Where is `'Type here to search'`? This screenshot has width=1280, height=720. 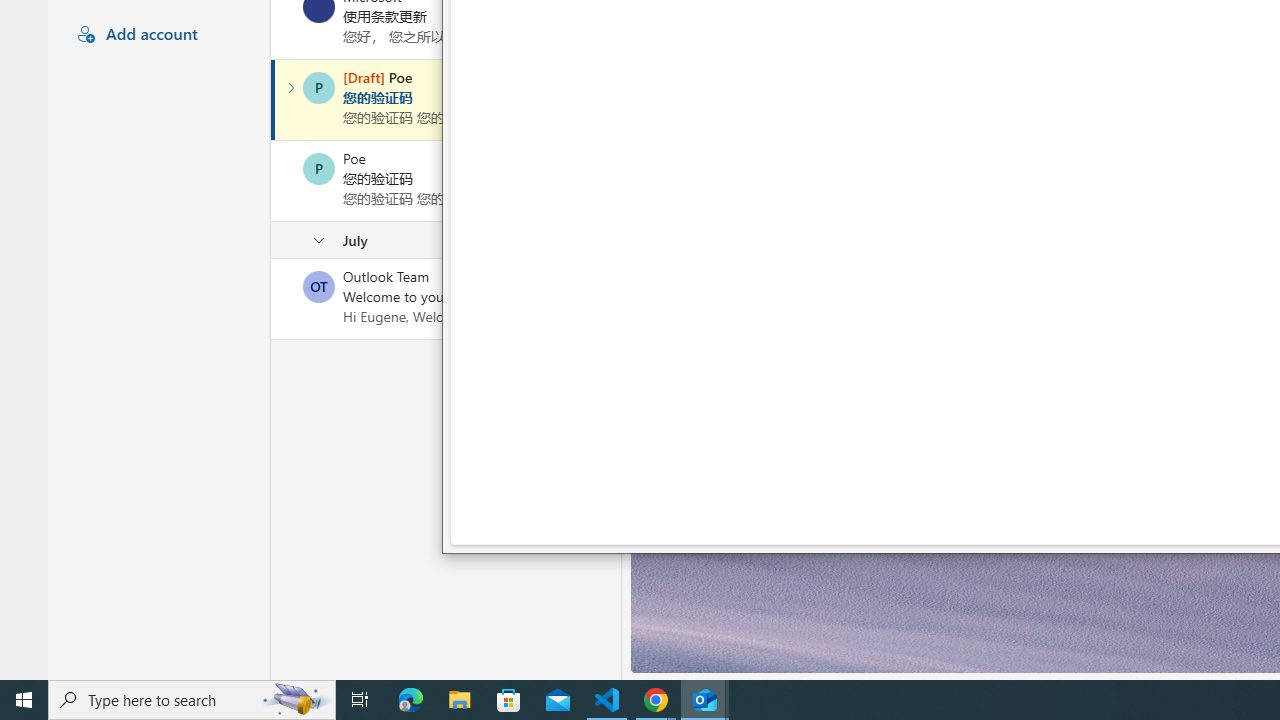
'Type here to search' is located at coordinates (192, 698).